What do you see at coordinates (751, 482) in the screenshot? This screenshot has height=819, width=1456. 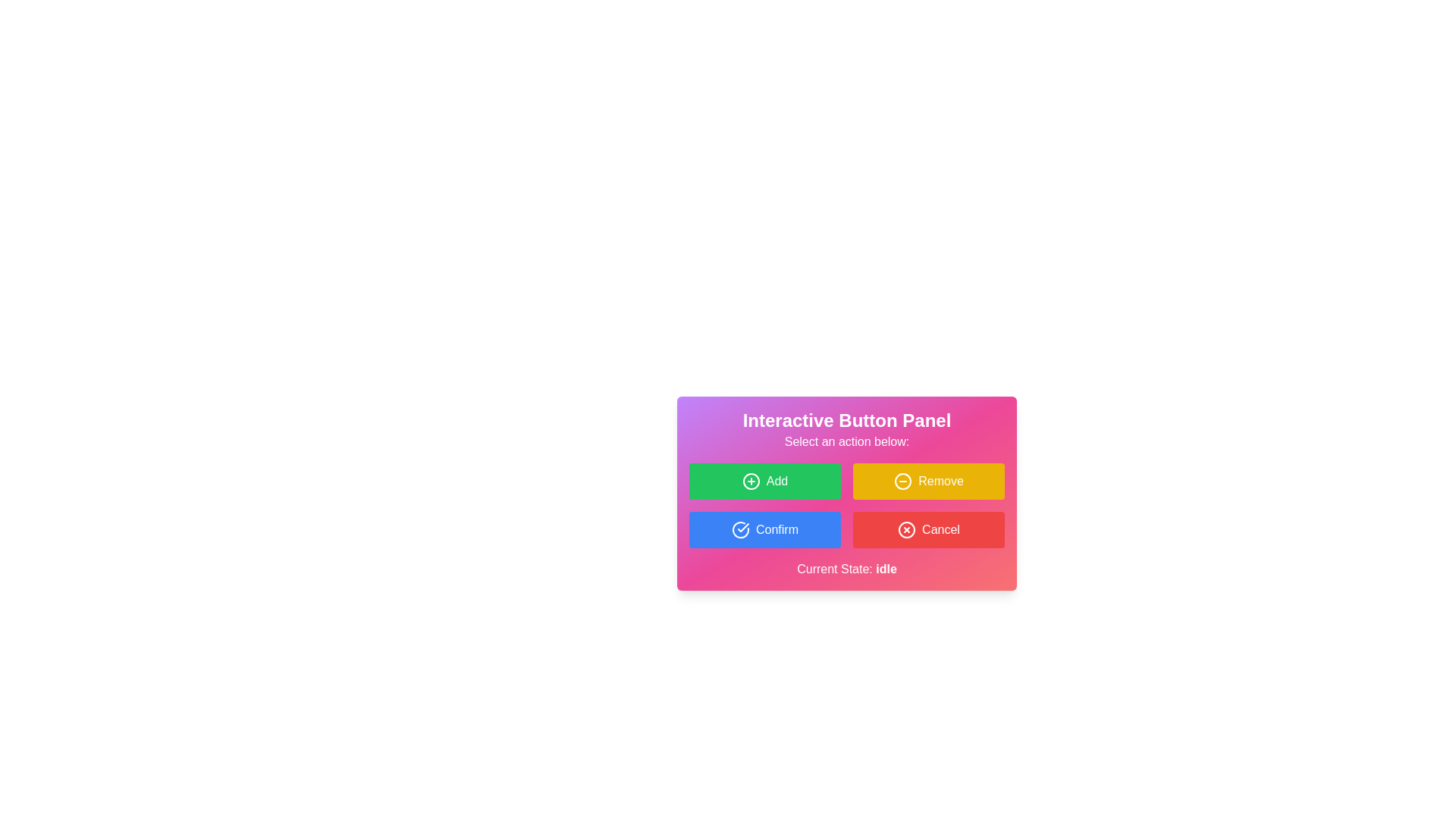 I see `the circular icon with a green outline and white plus symbol located inside the green 'Add' button in the top-left corner of the button grid` at bounding box center [751, 482].